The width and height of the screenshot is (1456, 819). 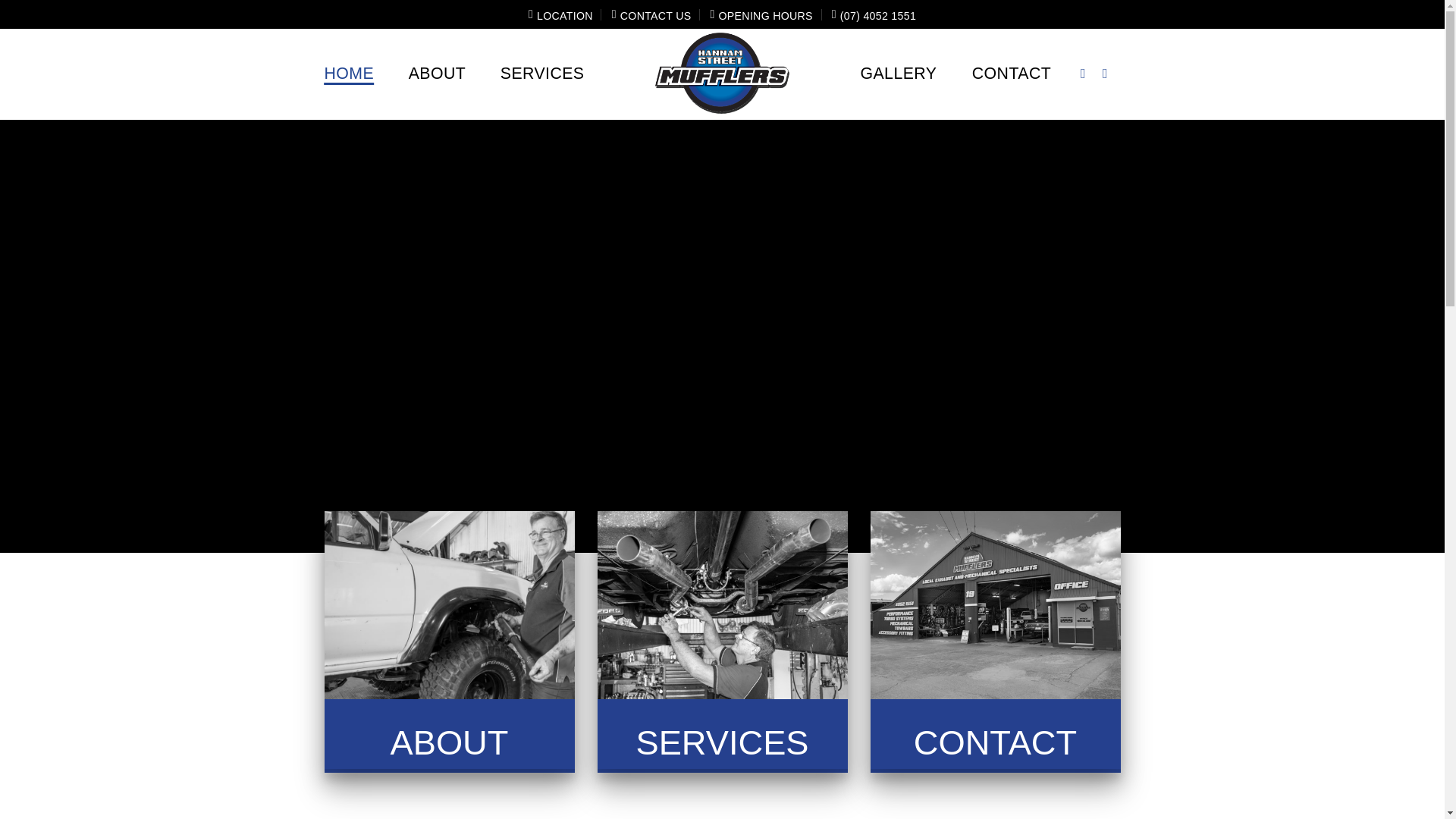 What do you see at coordinates (859, 73) in the screenshot?
I see `'GALLERY'` at bounding box center [859, 73].